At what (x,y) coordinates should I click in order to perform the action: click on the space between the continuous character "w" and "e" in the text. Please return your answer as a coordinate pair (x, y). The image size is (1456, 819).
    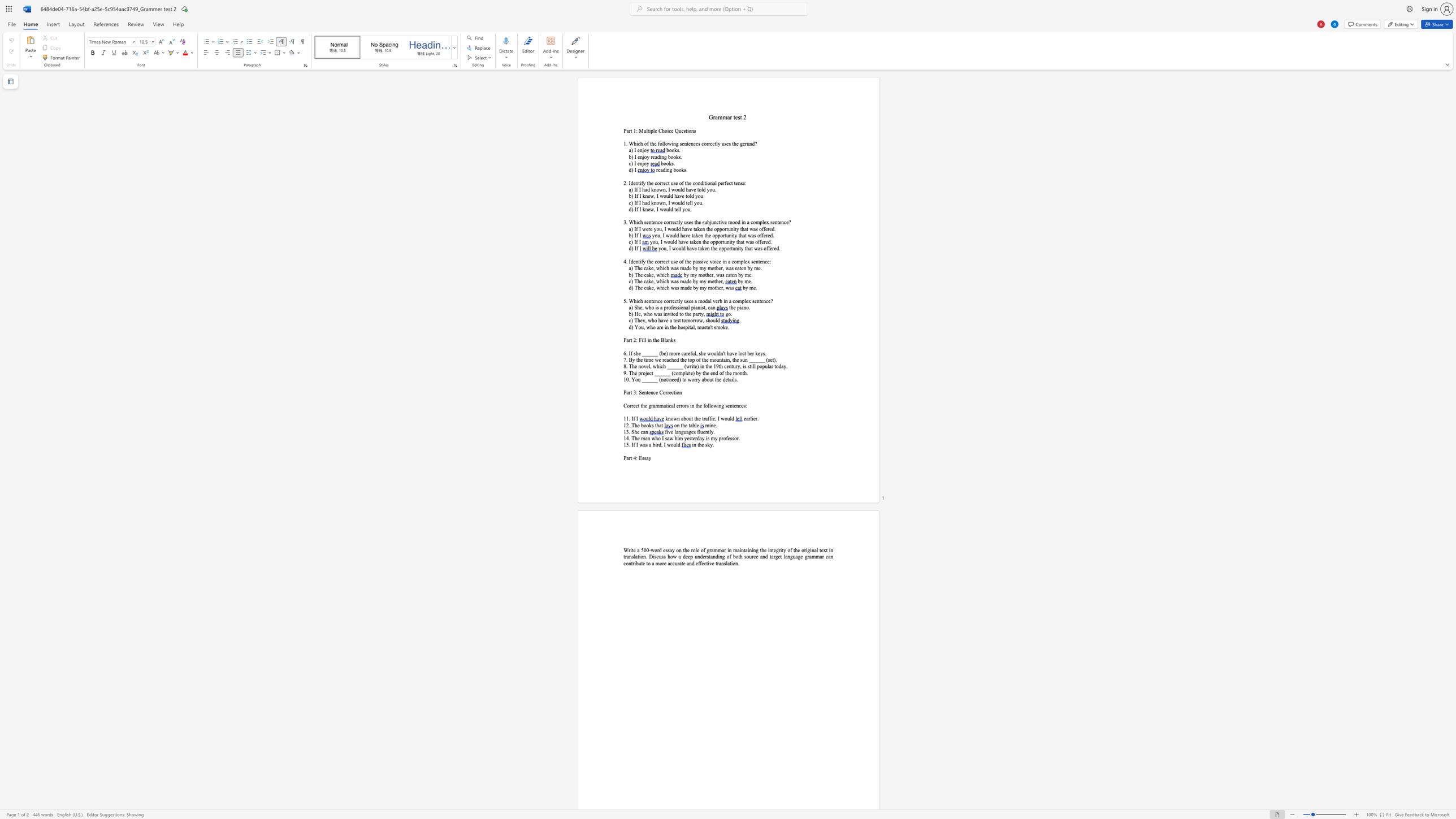
    Looking at the image, I should click on (645, 229).